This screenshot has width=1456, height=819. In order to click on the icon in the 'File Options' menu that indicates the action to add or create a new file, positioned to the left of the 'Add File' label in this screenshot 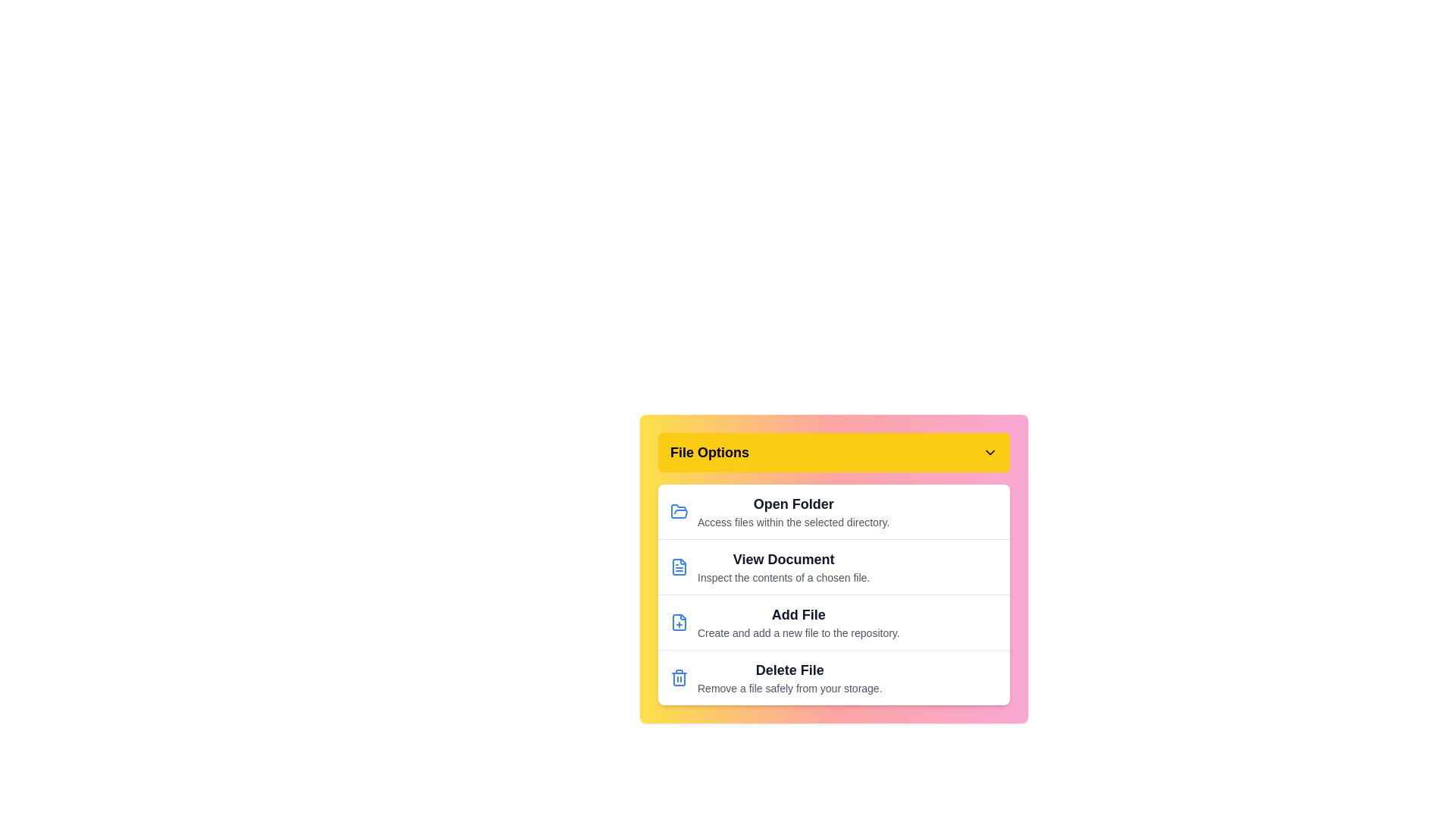, I will do `click(679, 623)`.